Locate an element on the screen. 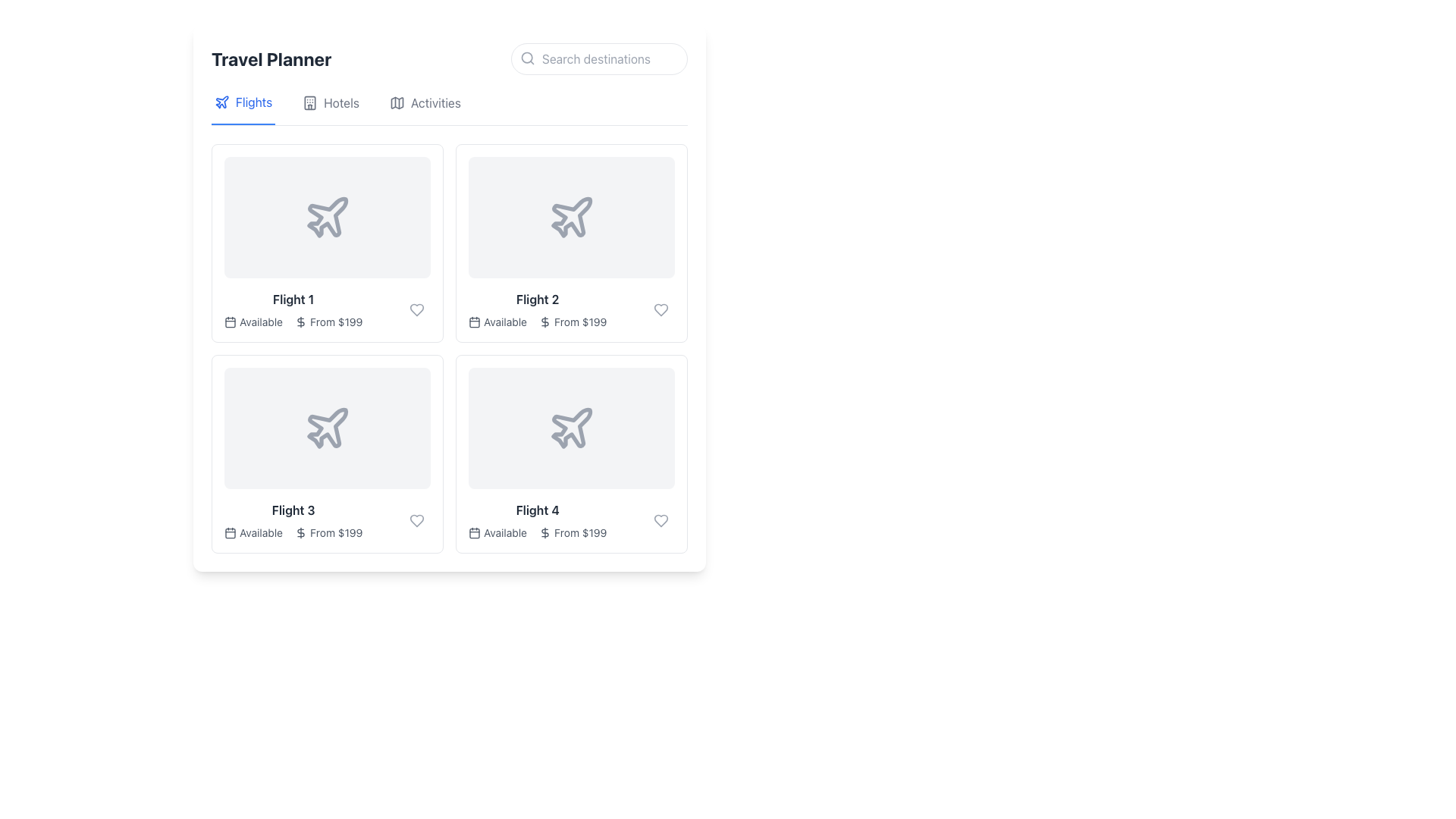 Image resolution: width=1456 pixels, height=819 pixels. the calendar icon located in the second flight's information section, adjacent to the 'Available' label is located at coordinates (473, 321).